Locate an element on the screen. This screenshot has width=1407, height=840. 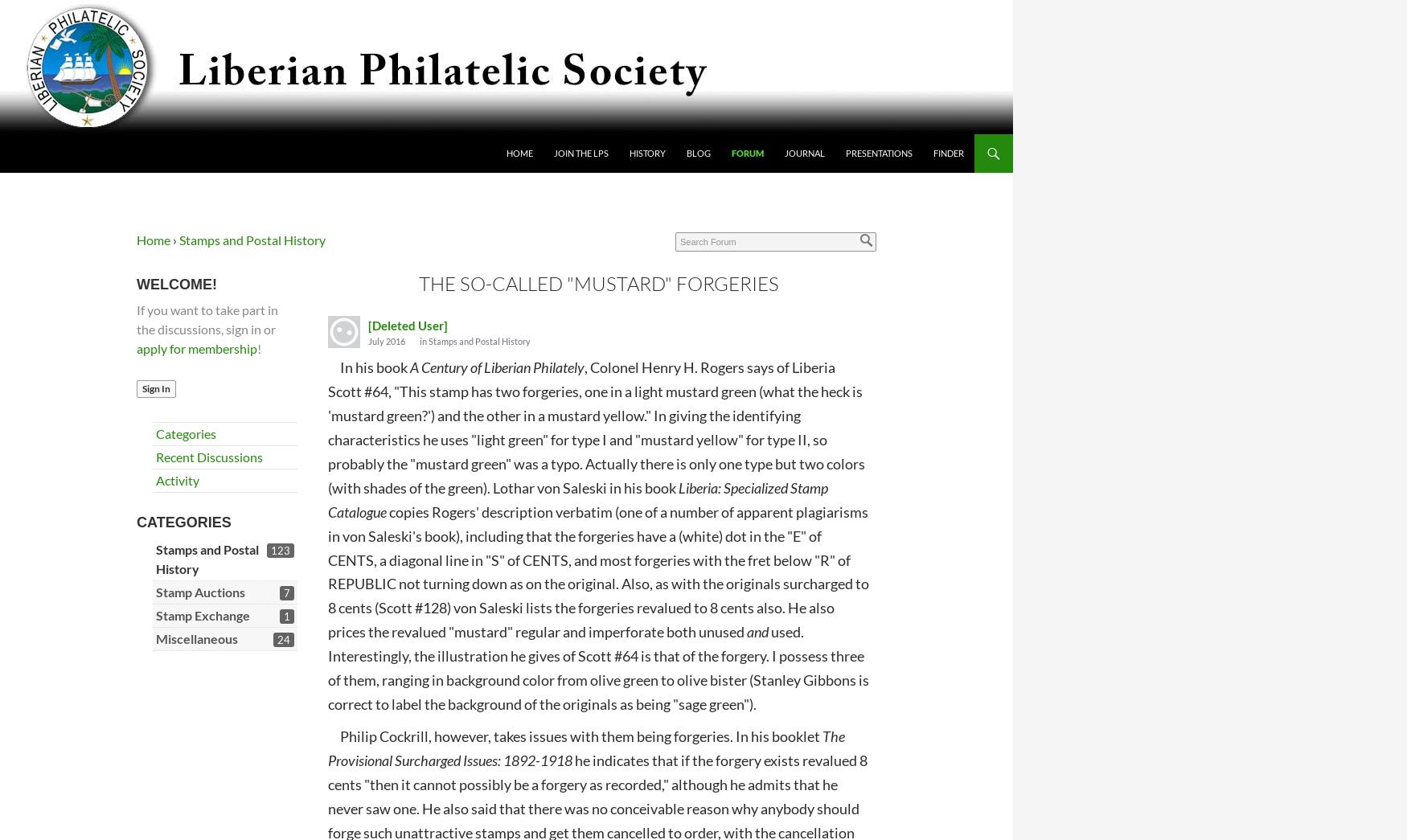
'July 2016' is located at coordinates (367, 340).